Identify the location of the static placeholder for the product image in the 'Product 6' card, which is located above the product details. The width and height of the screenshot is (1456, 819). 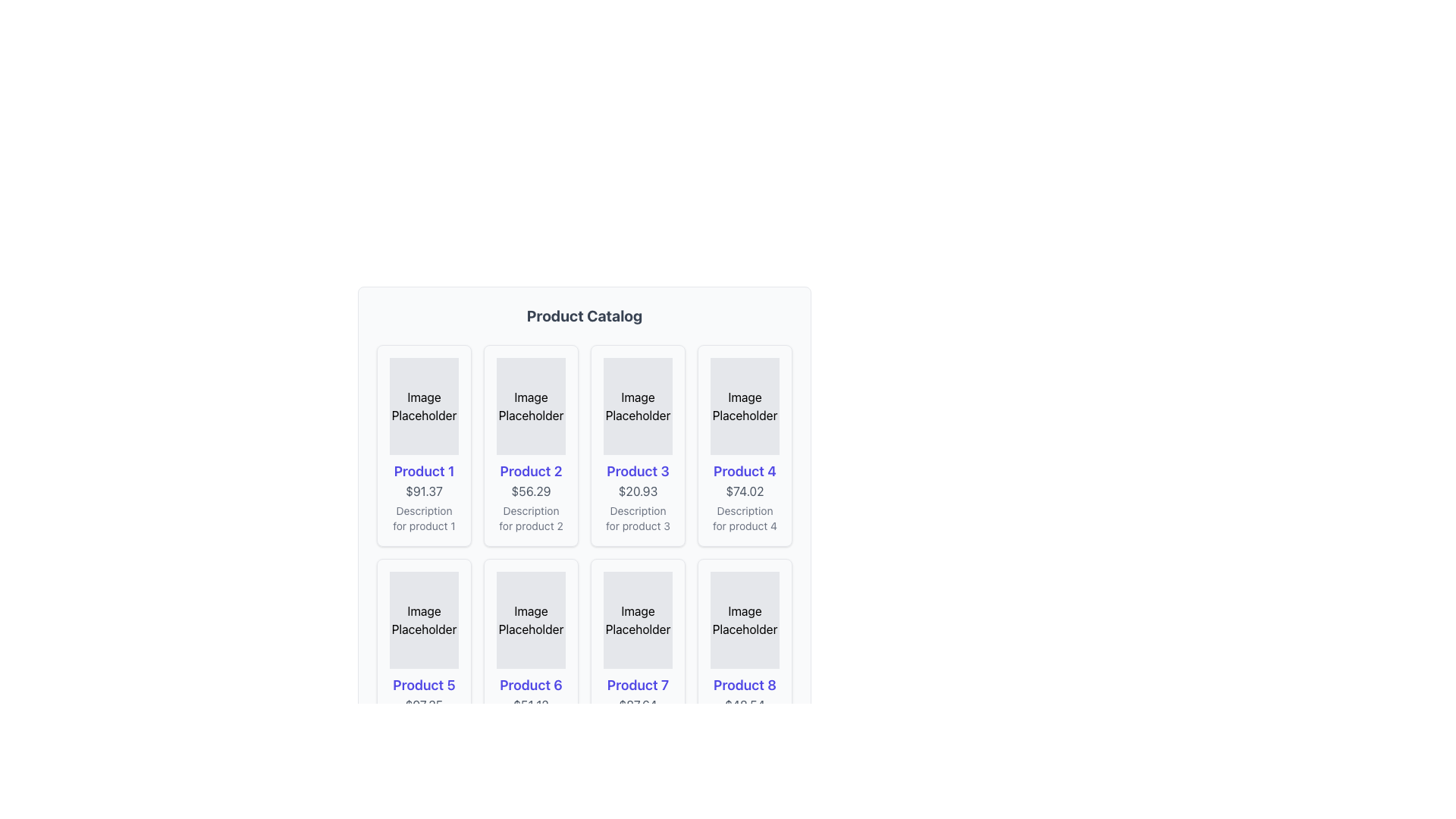
(531, 620).